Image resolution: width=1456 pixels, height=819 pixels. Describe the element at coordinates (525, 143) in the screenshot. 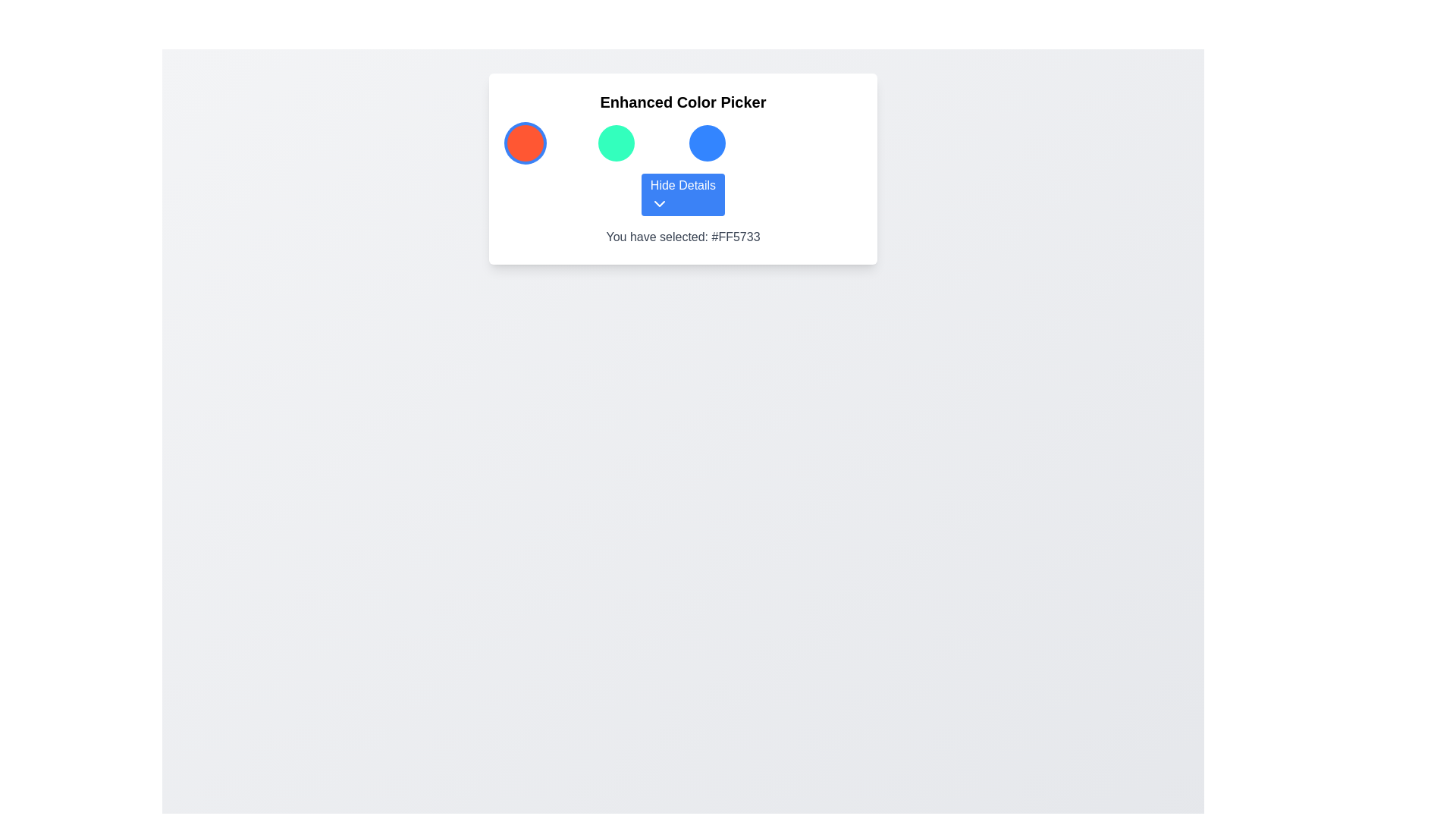

I see `the first color selection button located` at that location.